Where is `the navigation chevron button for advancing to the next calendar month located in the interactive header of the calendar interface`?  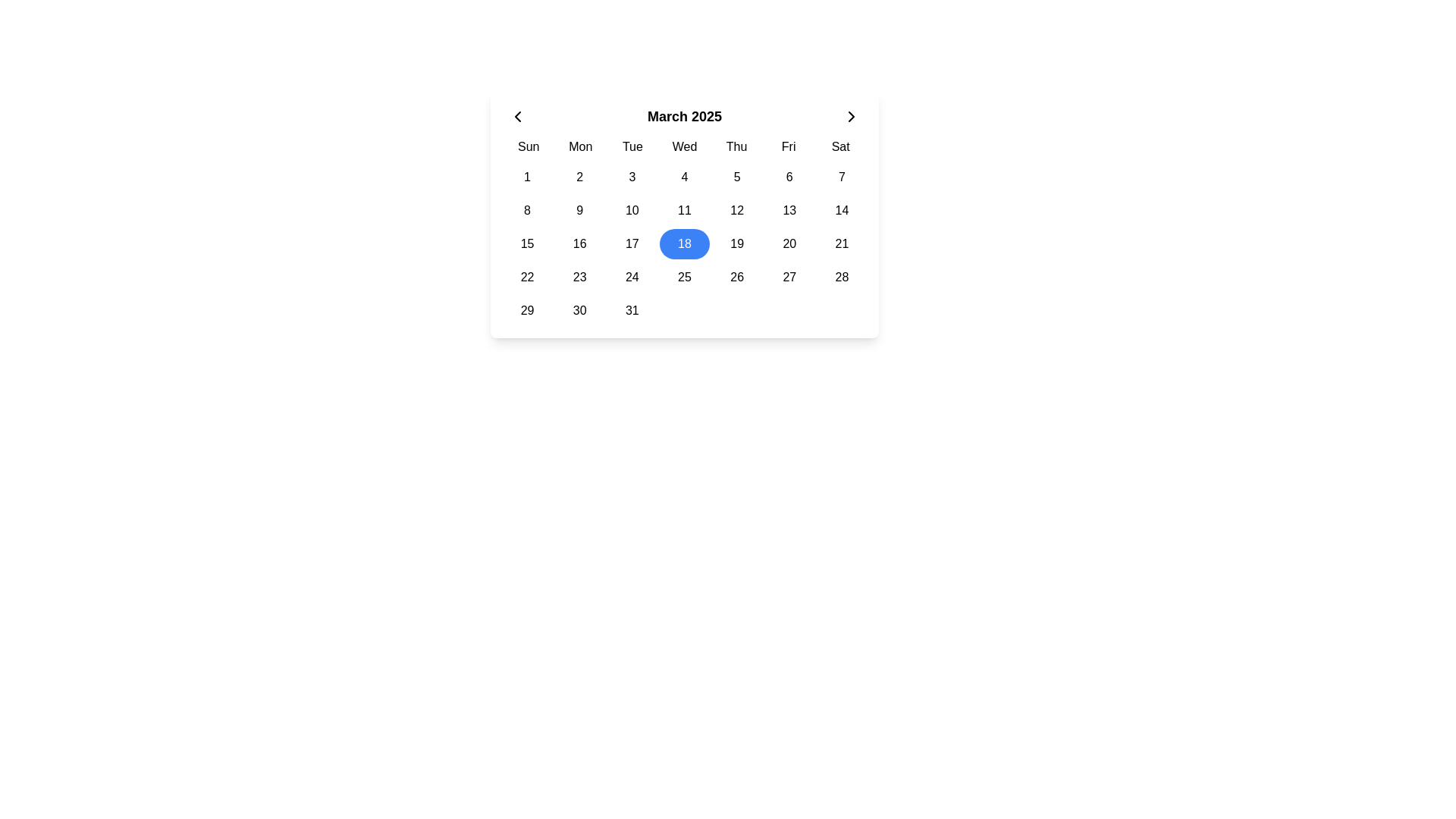 the navigation chevron button for advancing to the next calendar month located in the interactive header of the calendar interface is located at coordinates (852, 116).